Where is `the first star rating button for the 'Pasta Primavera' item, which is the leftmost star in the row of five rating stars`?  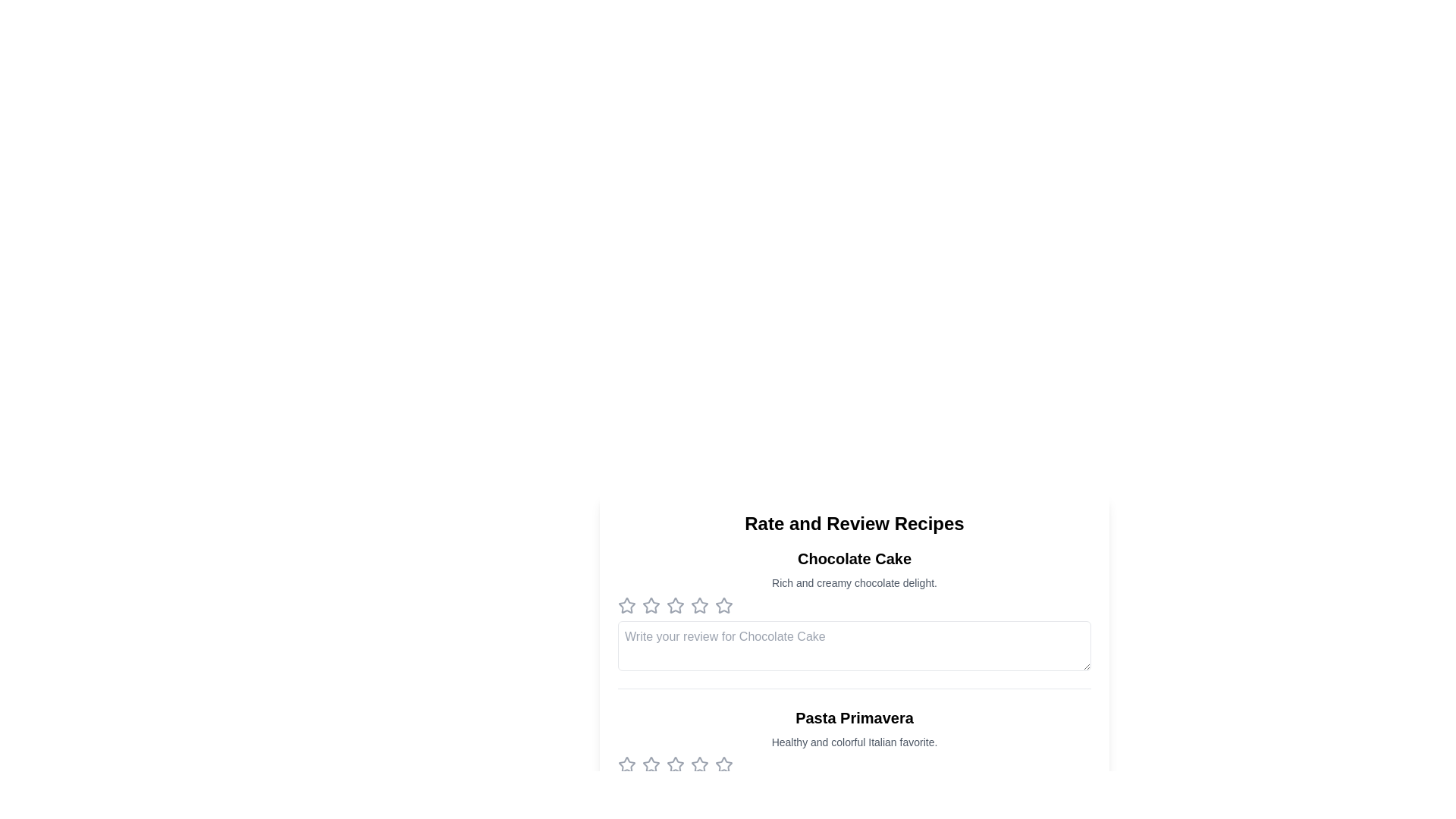 the first star rating button for the 'Pasta Primavera' item, which is the leftmost star in the row of five rating stars is located at coordinates (626, 765).